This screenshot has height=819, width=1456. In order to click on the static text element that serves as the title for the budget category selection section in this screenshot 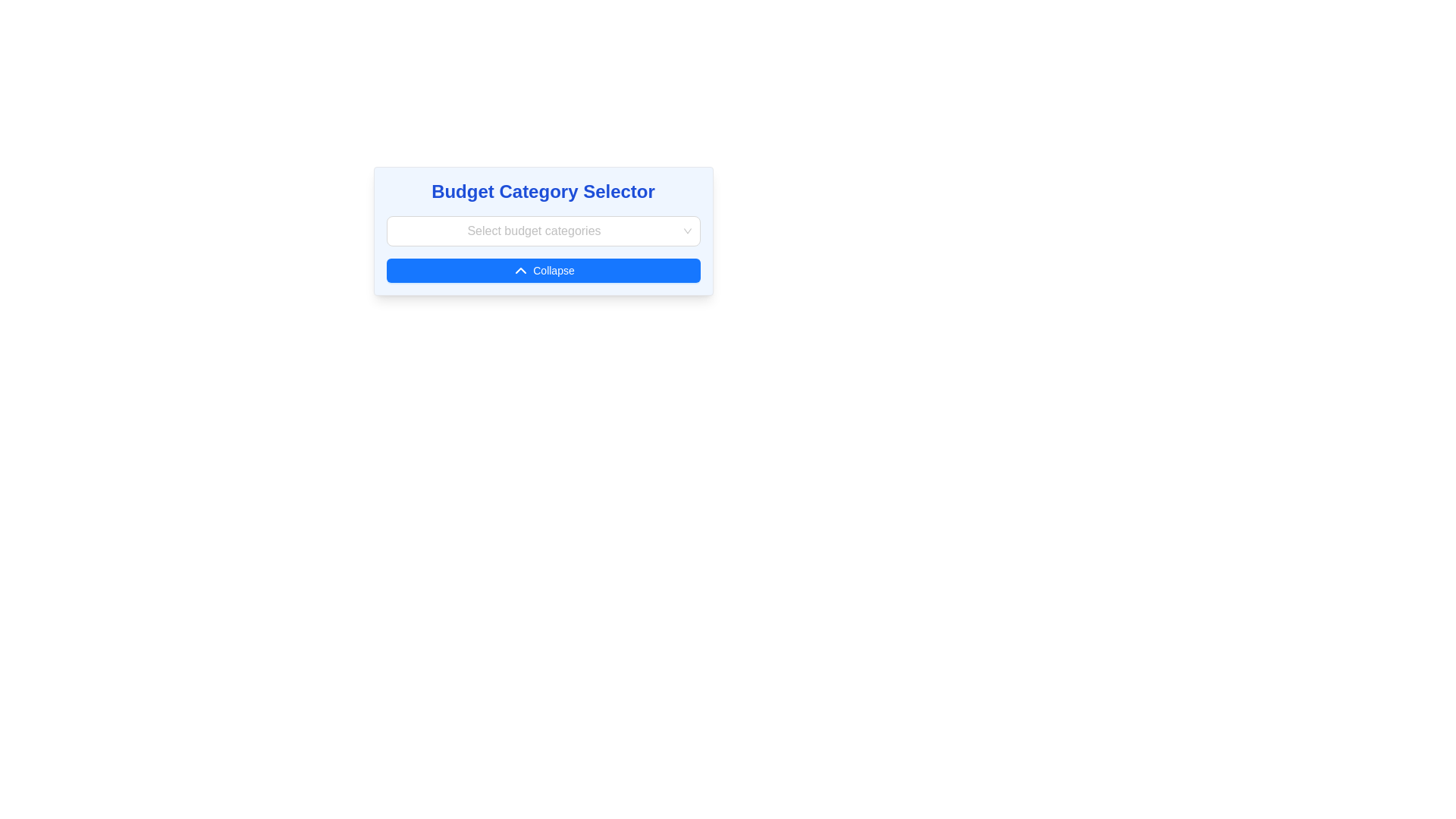, I will do `click(543, 191)`.